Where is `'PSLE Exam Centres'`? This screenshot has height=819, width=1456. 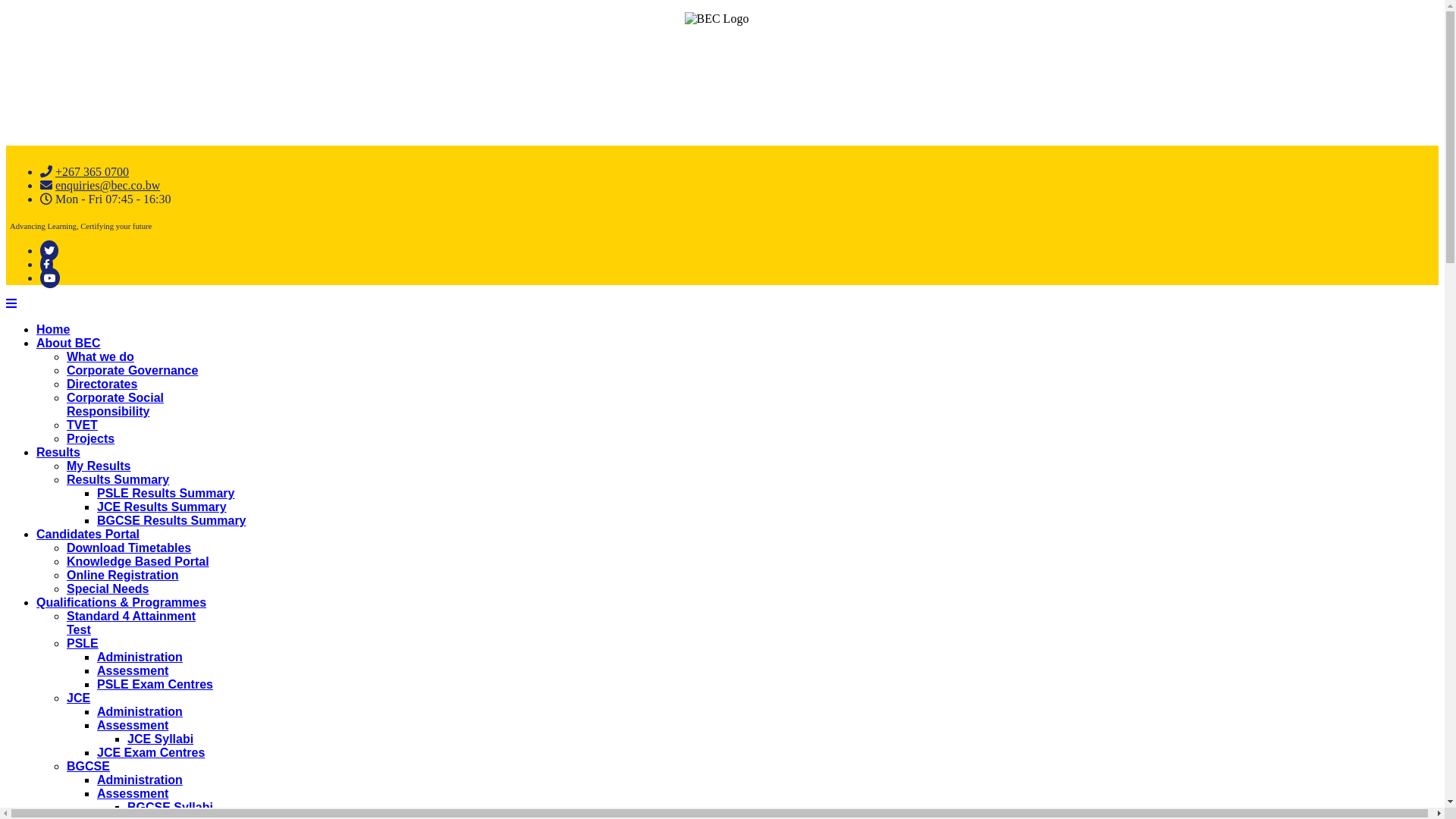
'PSLE Exam Centres' is located at coordinates (96, 684).